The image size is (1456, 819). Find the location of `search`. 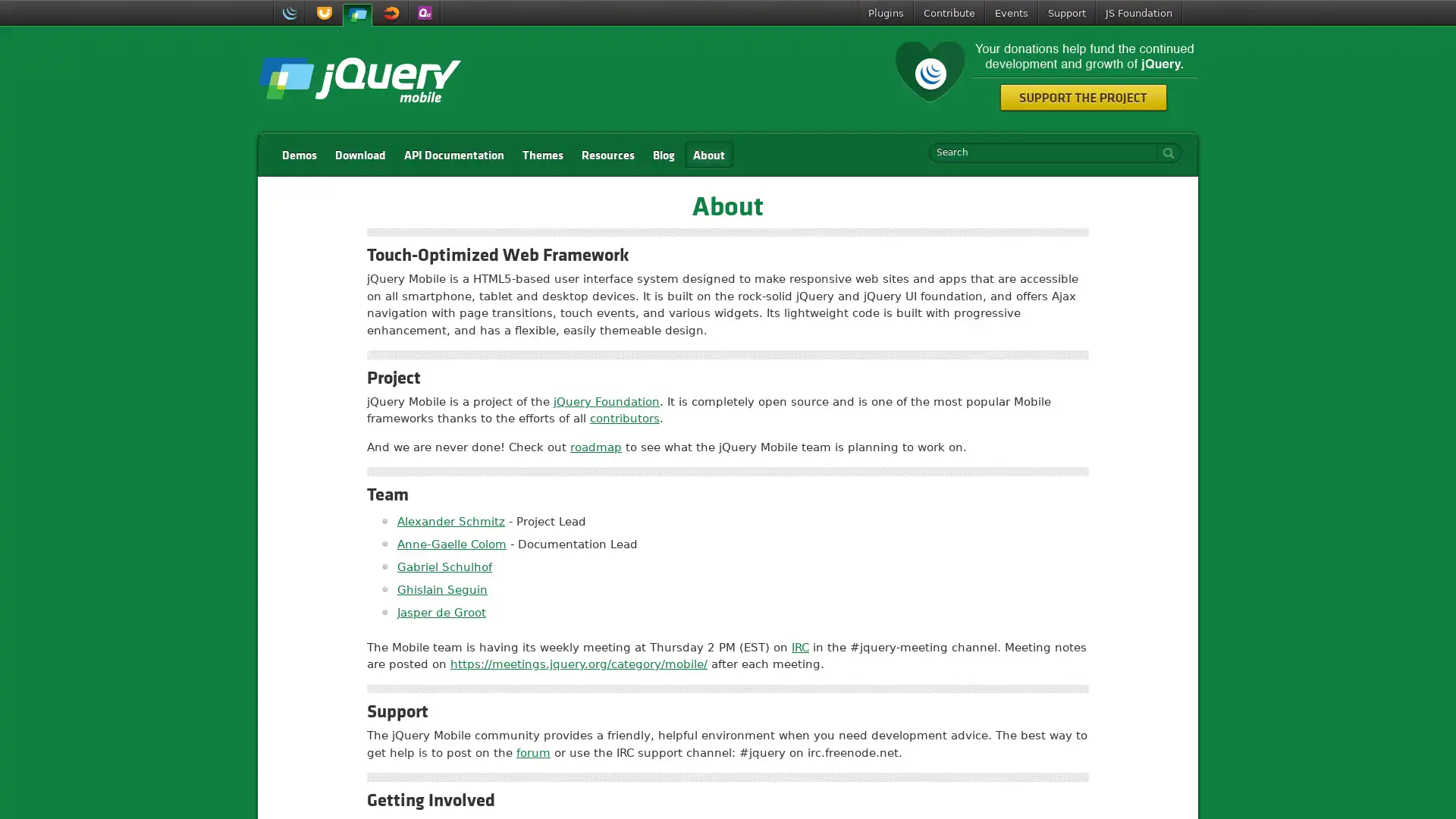

search is located at coordinates (1164, 152).